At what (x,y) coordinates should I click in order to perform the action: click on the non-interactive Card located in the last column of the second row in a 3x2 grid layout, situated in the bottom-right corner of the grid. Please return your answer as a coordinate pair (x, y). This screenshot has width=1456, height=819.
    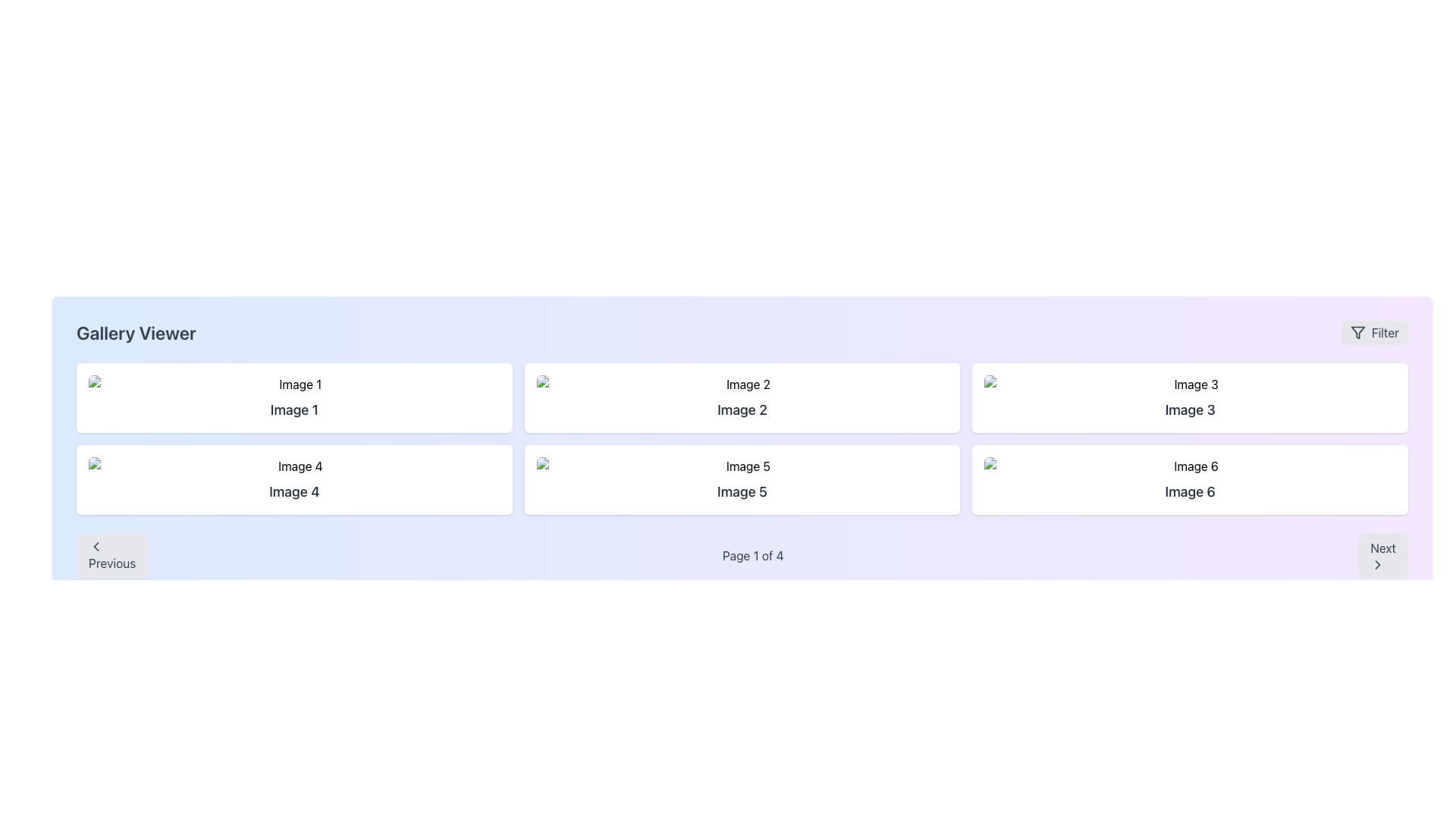
    Looking at the image, I should click on (1189, 479).